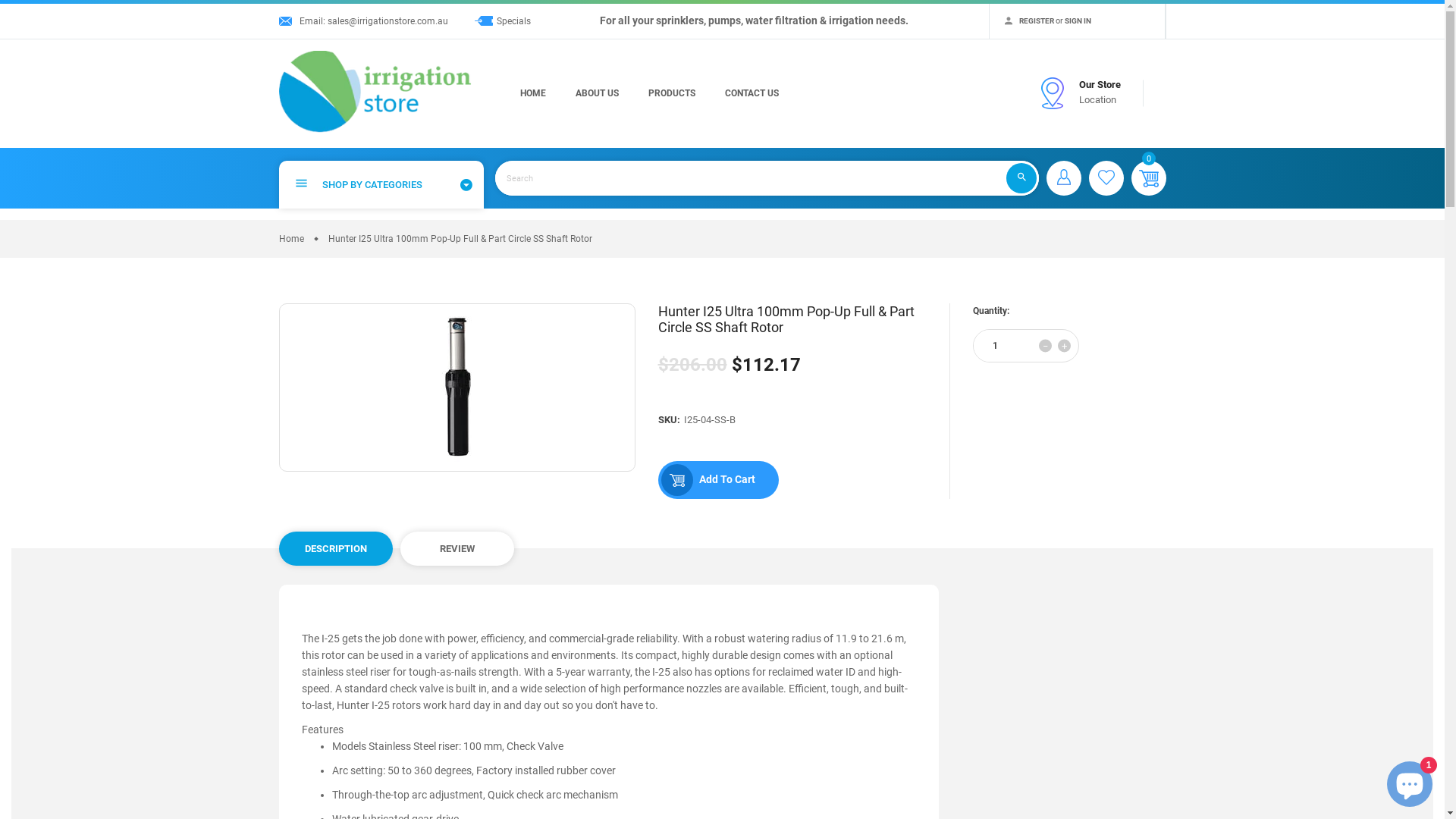 This screenshot has height=819, width=1456. I want to click on 'Shopify online store chat', so click(1408, 780).